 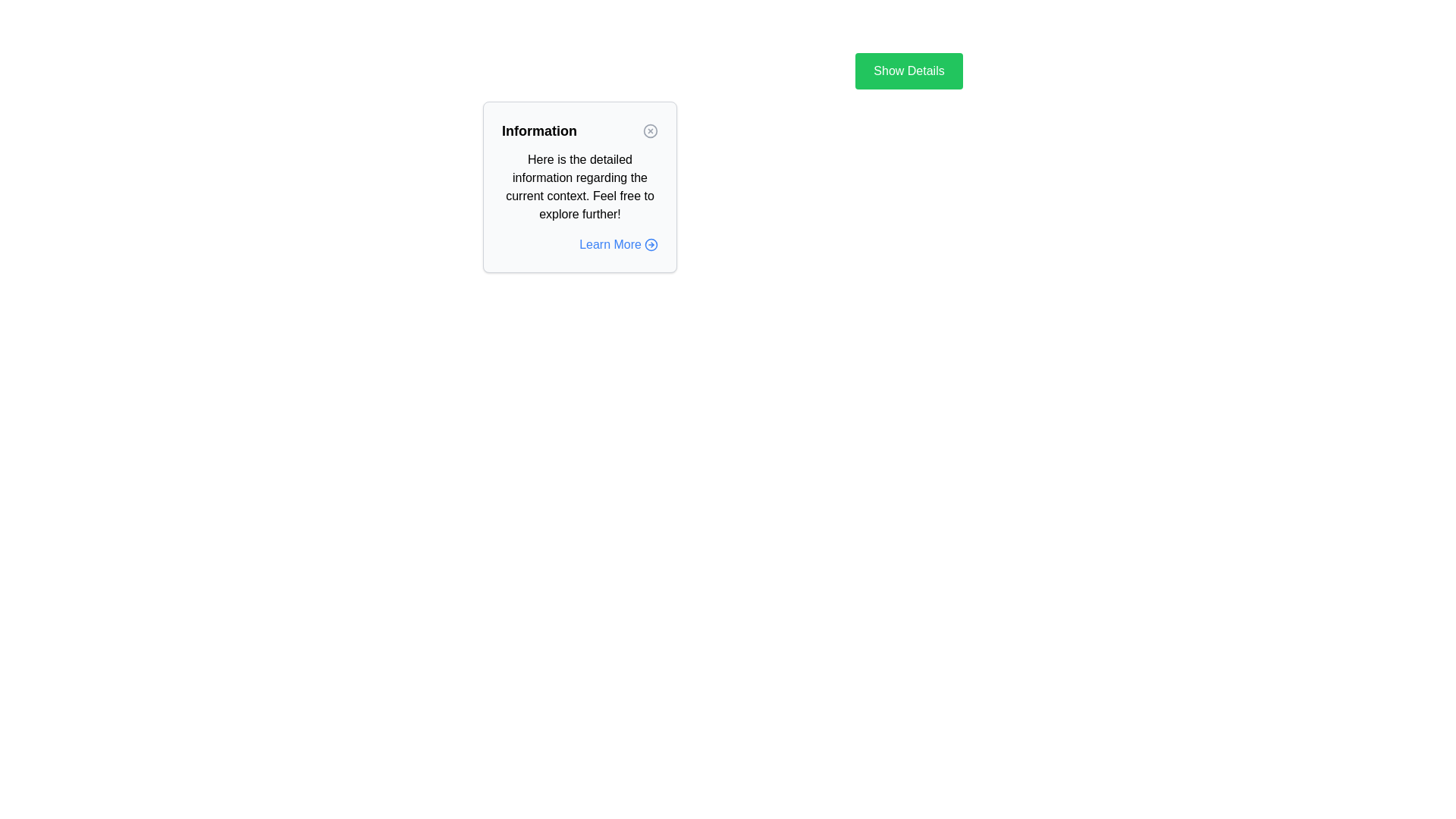 I want to click on the button with a gray circular icon featuring an 'X' mark, located in the top-right corner of the 'Information' section, next to the bolded title 'Information', so click(x=651, y=130).